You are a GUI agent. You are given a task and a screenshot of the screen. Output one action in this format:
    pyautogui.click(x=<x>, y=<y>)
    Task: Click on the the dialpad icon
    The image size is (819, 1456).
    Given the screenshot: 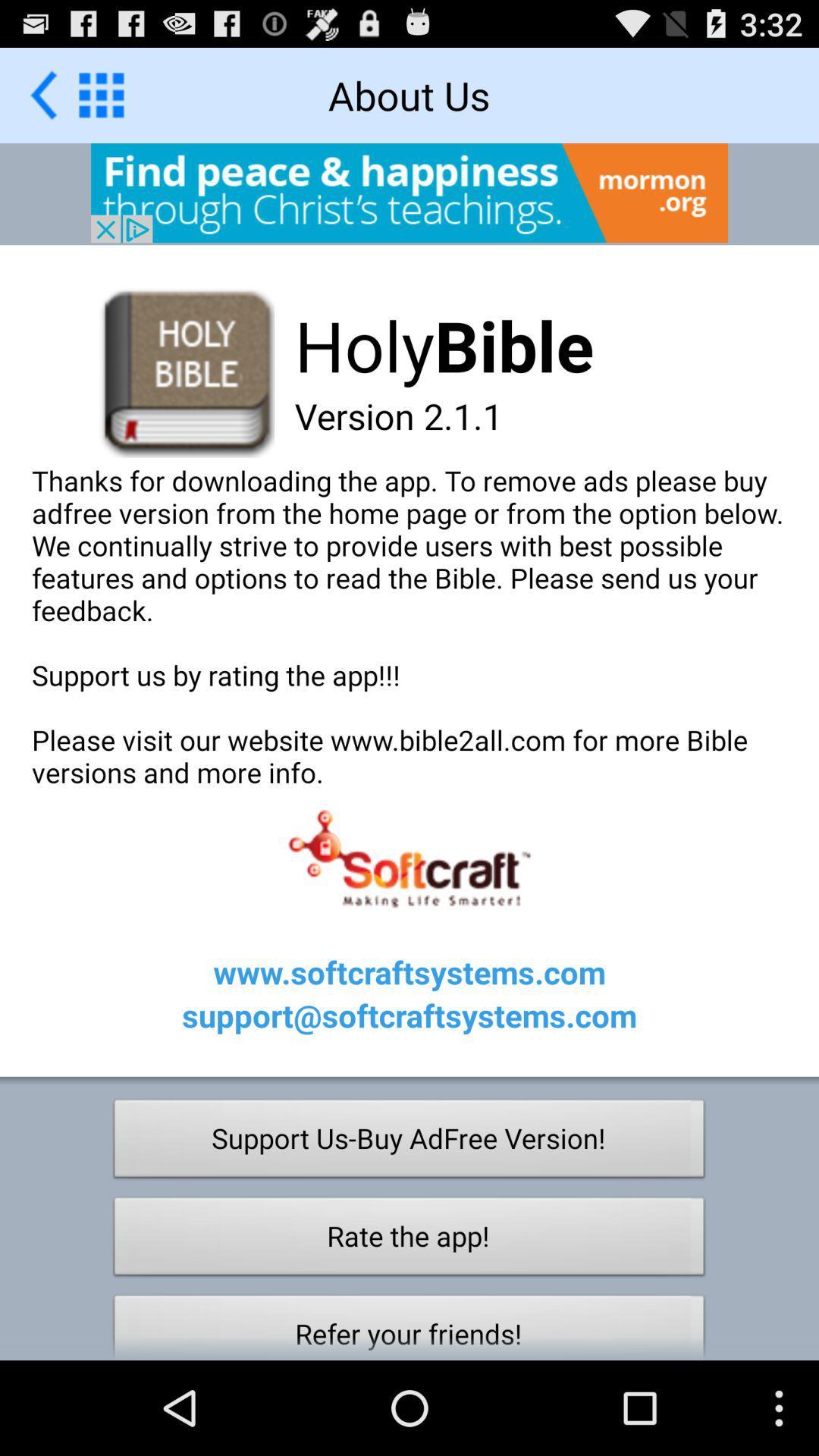 What is the action you would take?
    pyautogui.click(x=101, y=101)
    